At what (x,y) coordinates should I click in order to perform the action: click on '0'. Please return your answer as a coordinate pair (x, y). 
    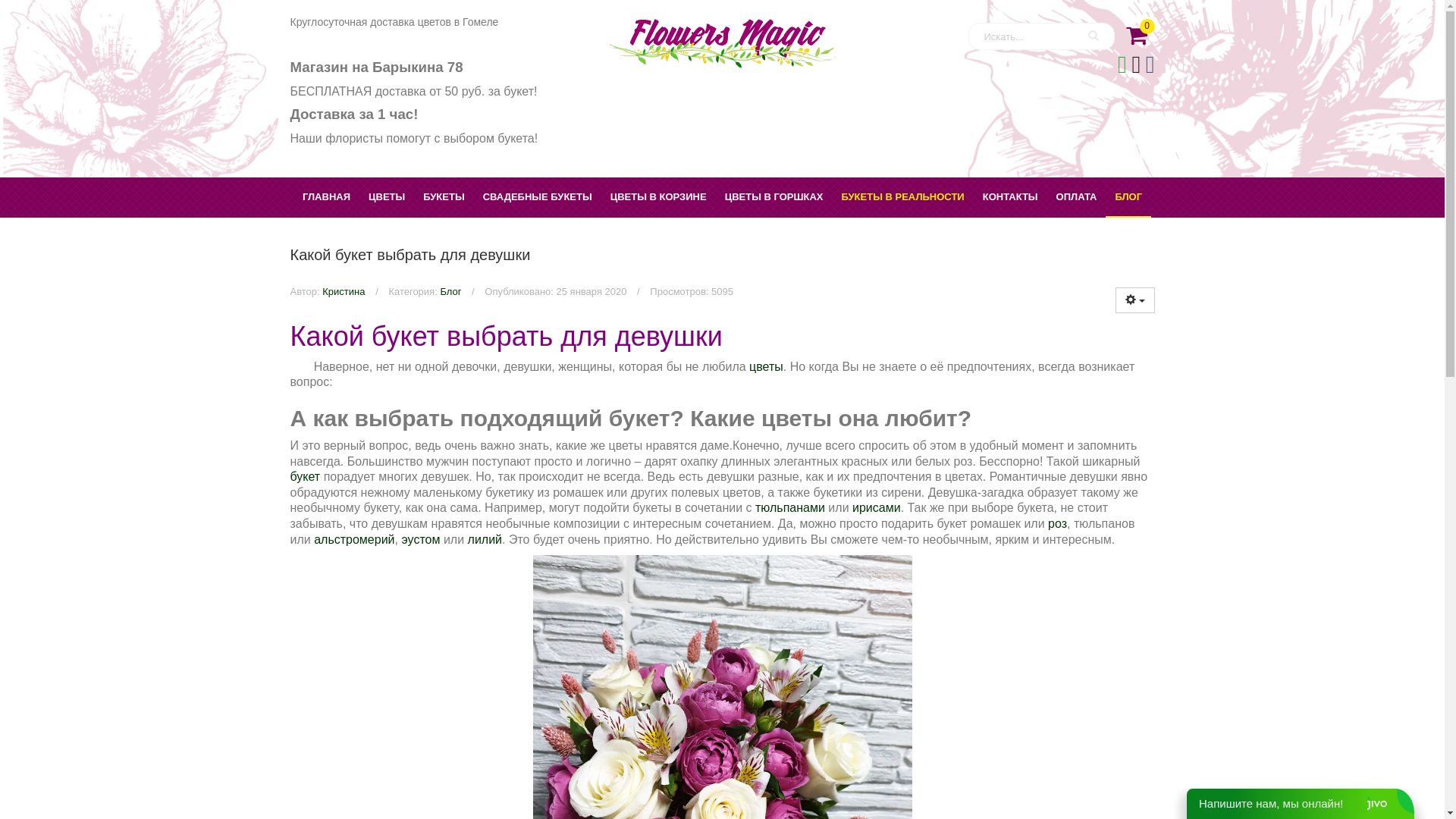
    Looking at the image, I should click on (1134, 31).